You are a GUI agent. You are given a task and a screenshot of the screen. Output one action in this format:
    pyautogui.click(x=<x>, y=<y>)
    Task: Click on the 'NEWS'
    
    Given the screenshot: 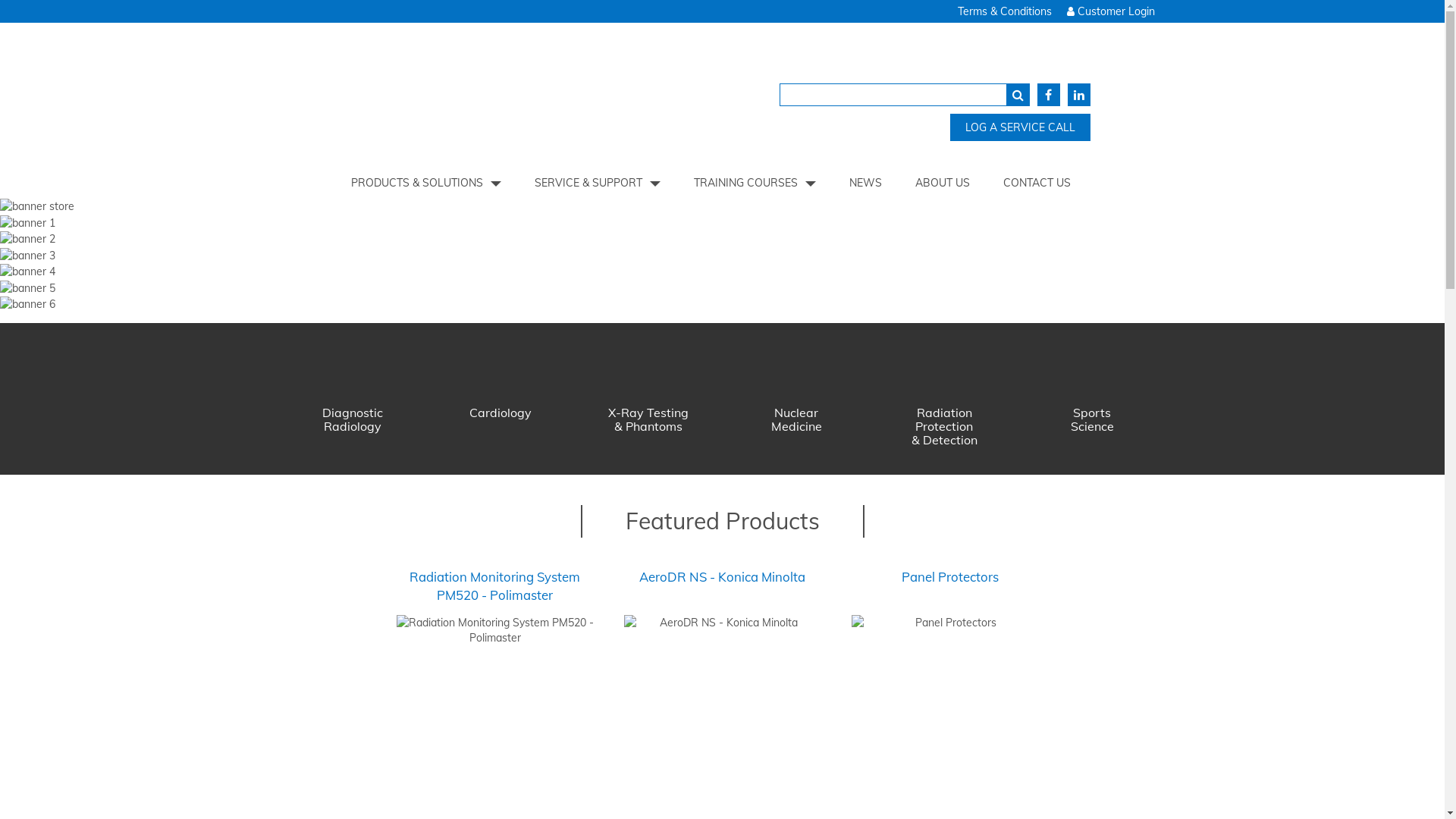 What is the action you would take?
    pyautogui.click(x=865, y=181)
    